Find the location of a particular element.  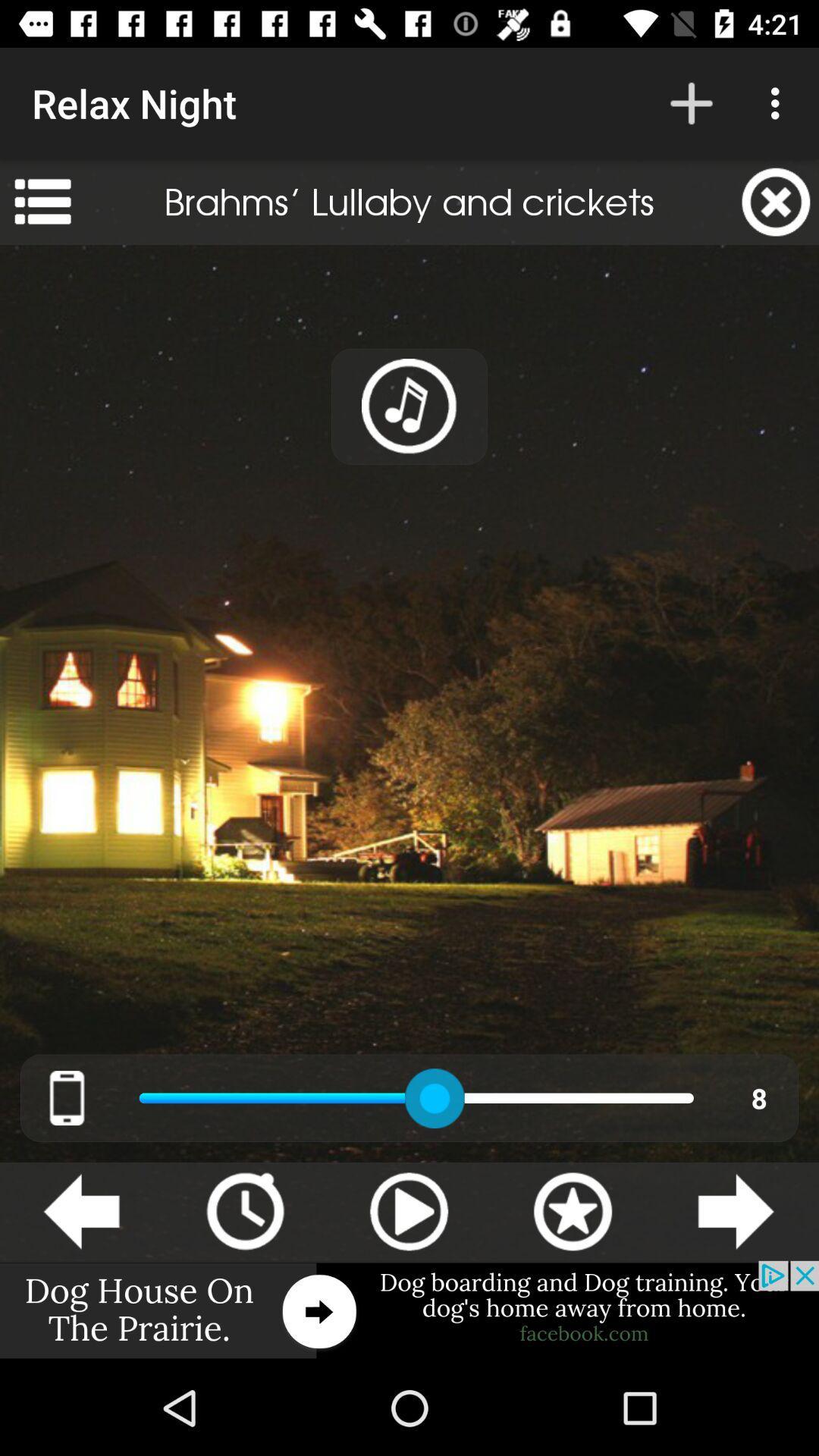

the app next to brahms lullaby and is located at coordinates (776, 201).